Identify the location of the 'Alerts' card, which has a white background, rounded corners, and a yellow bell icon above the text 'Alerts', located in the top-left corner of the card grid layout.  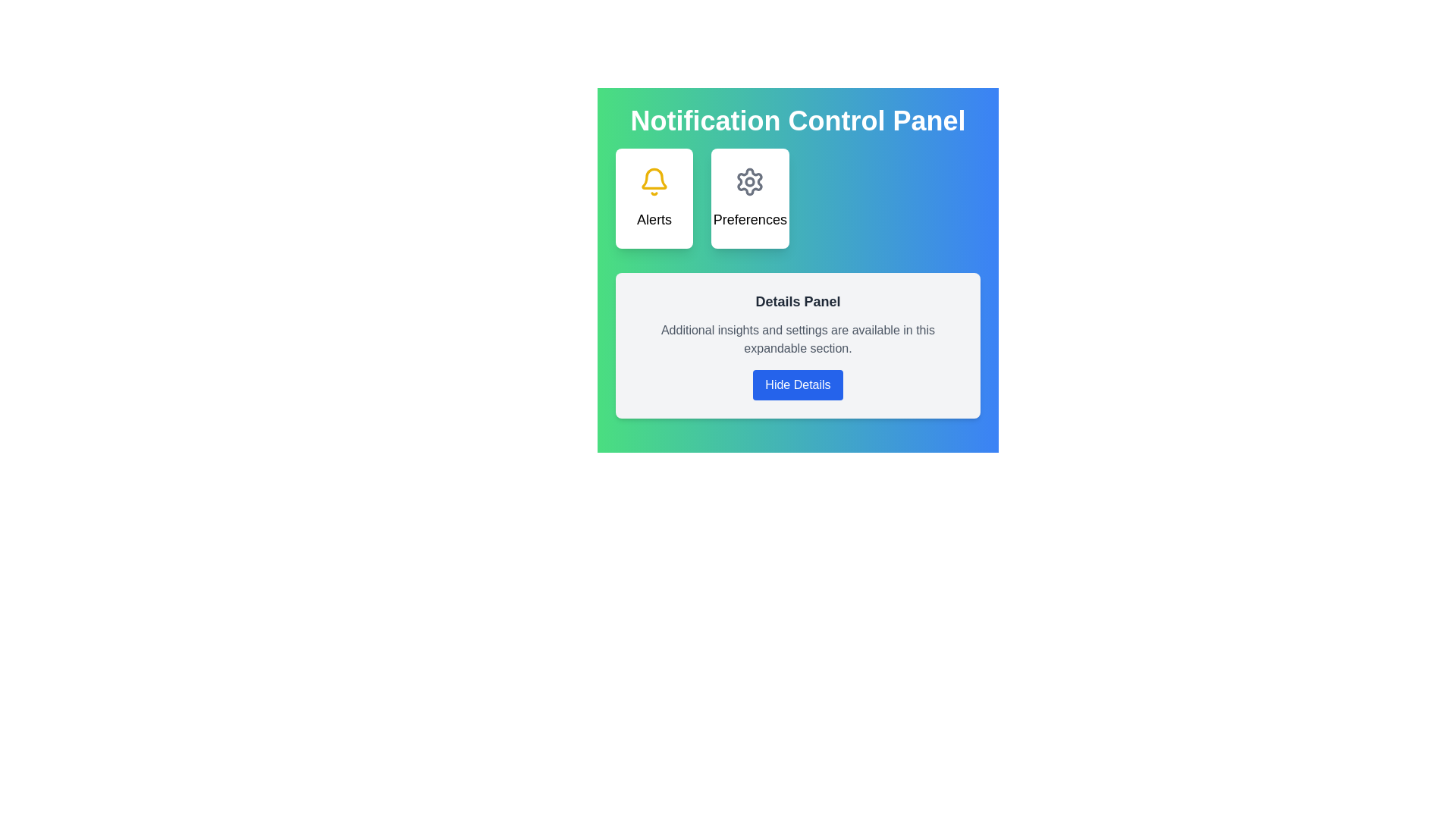
(654, 198).